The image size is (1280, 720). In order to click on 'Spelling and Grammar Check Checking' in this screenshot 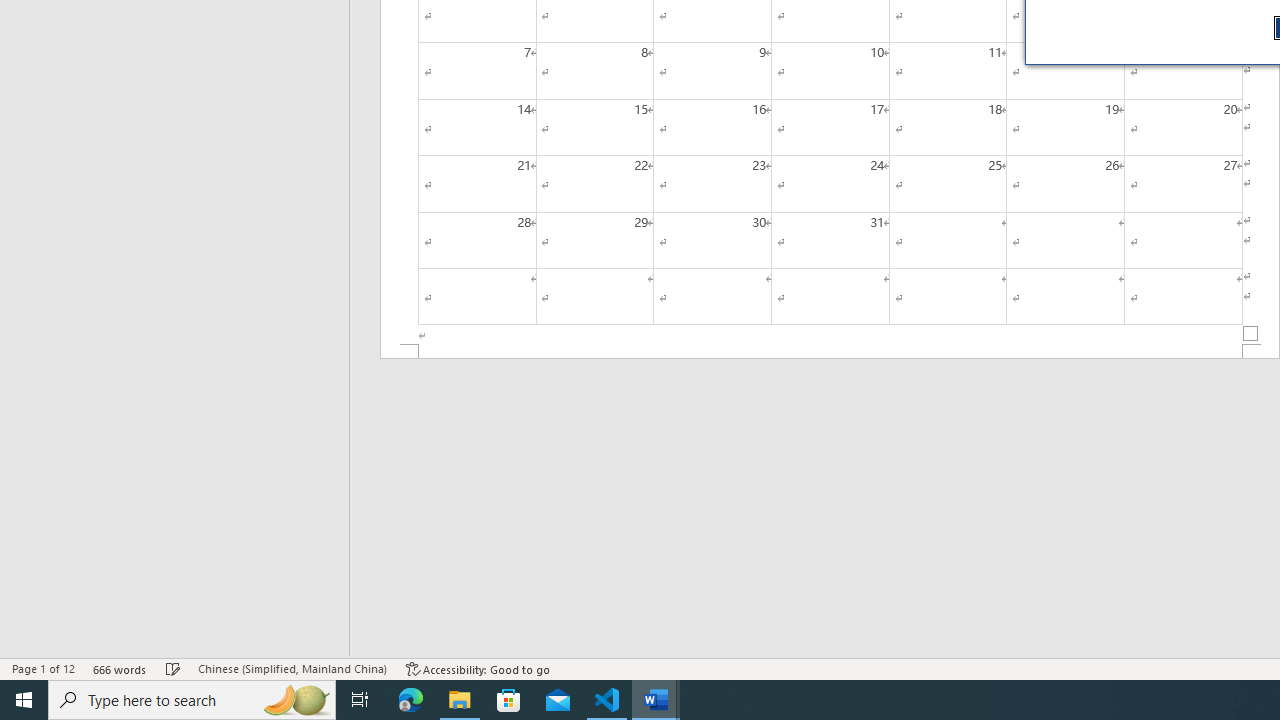, I will do `click(173, 669)`.